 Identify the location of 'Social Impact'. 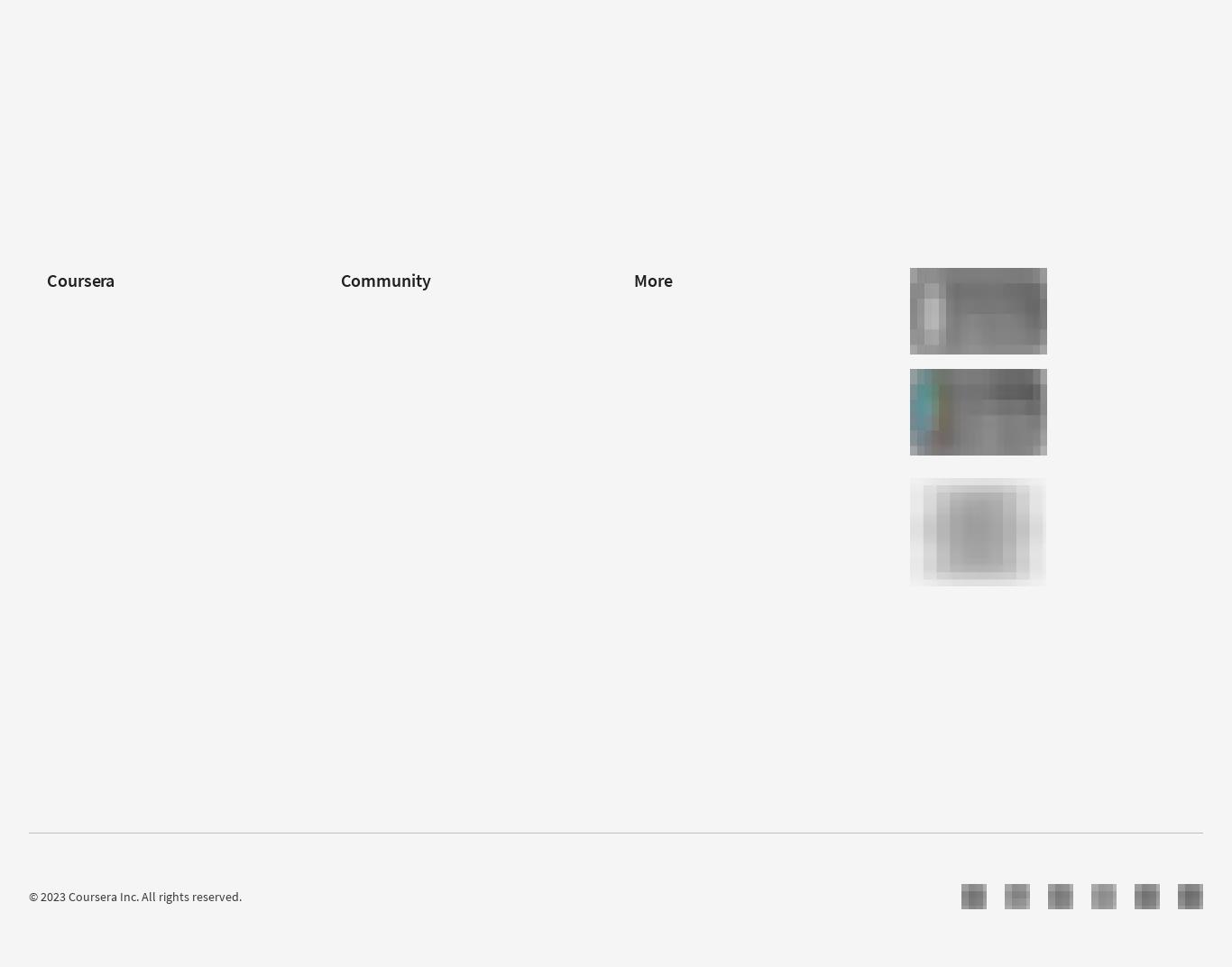
(82, 691).